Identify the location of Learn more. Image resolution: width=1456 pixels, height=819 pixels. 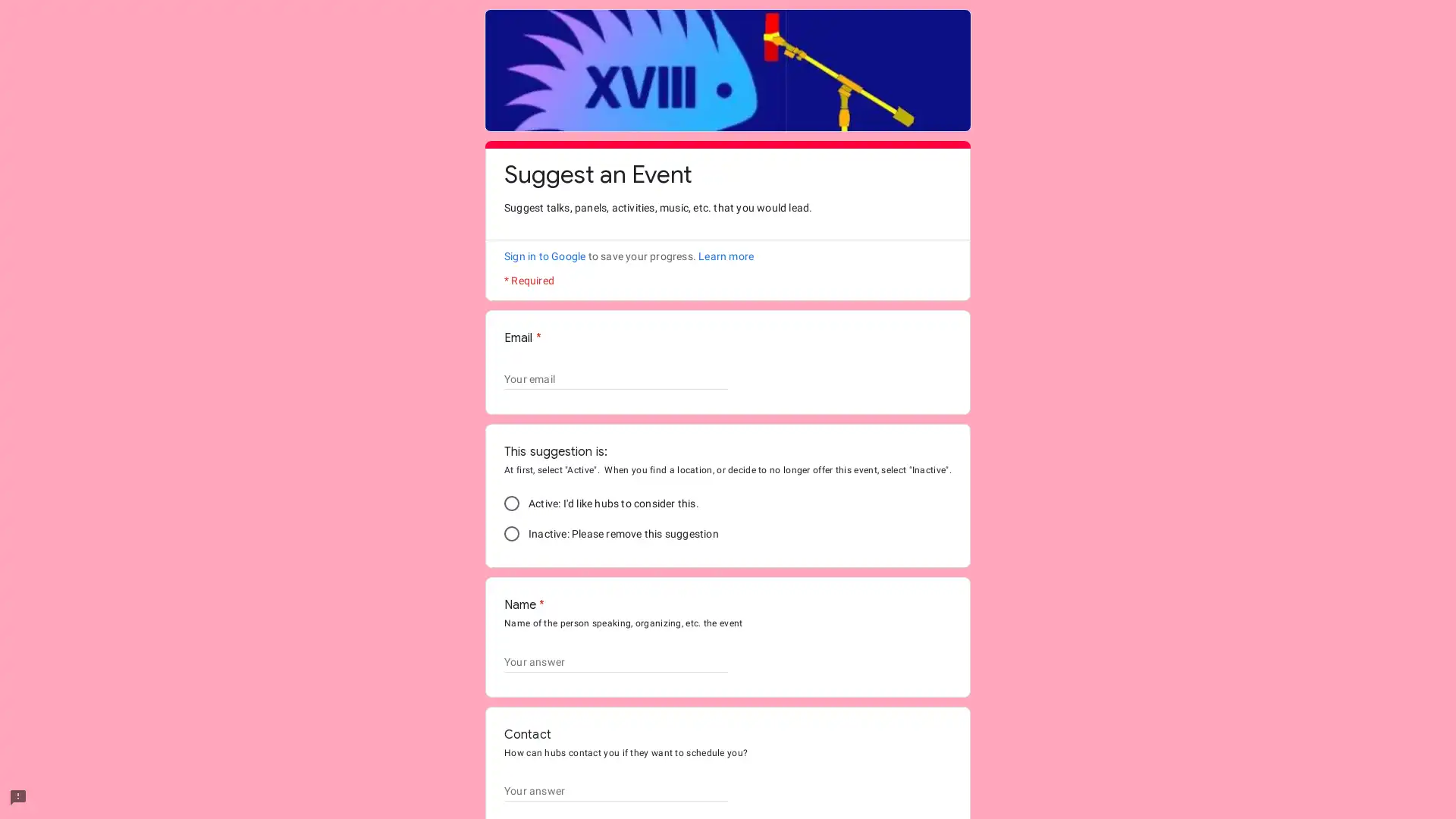
(725, 256).